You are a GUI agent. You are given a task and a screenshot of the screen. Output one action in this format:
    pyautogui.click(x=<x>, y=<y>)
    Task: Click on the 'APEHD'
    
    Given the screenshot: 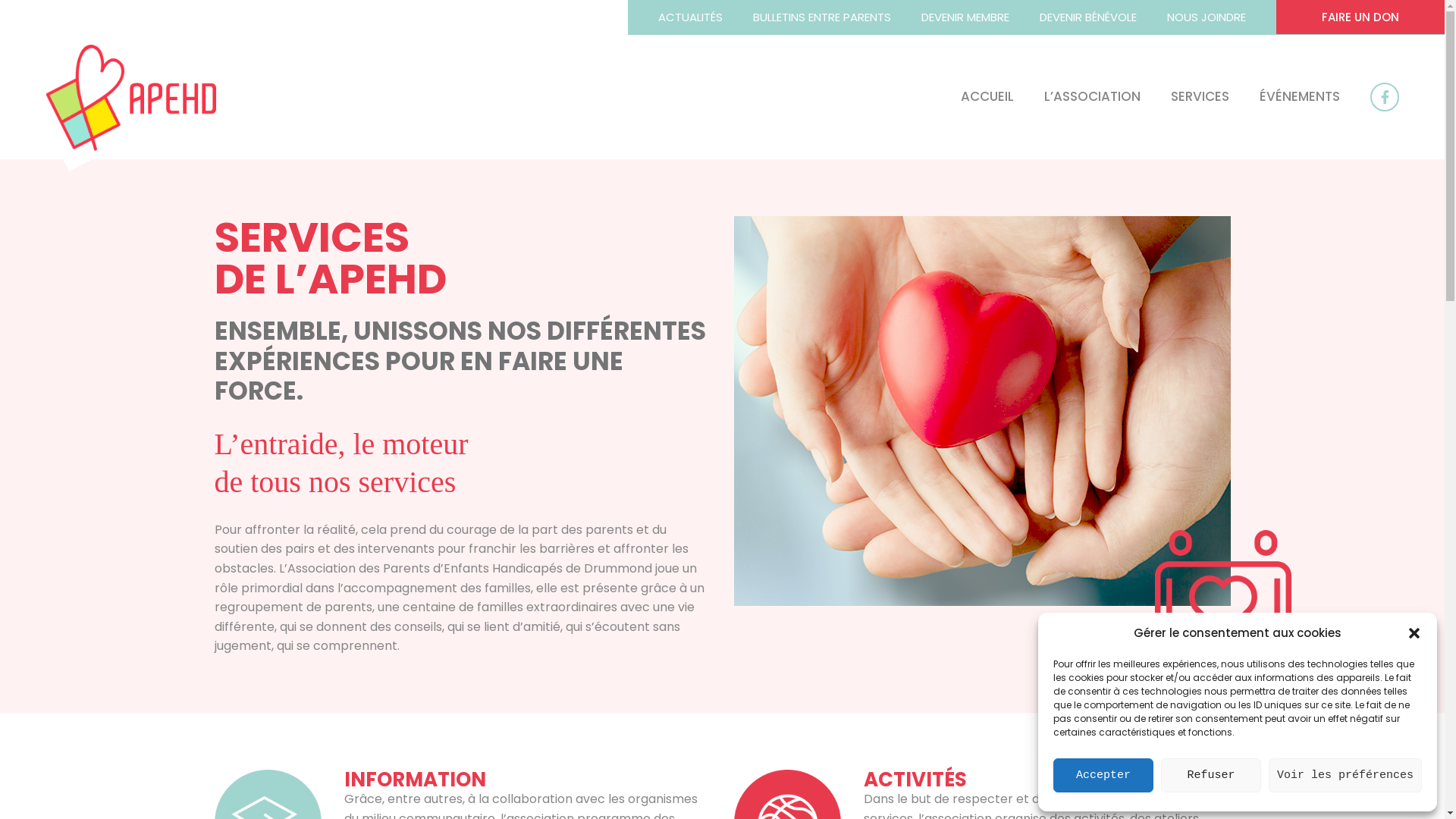 What is the action you would take?
    pyautogui.click(x=45, y=96)
    